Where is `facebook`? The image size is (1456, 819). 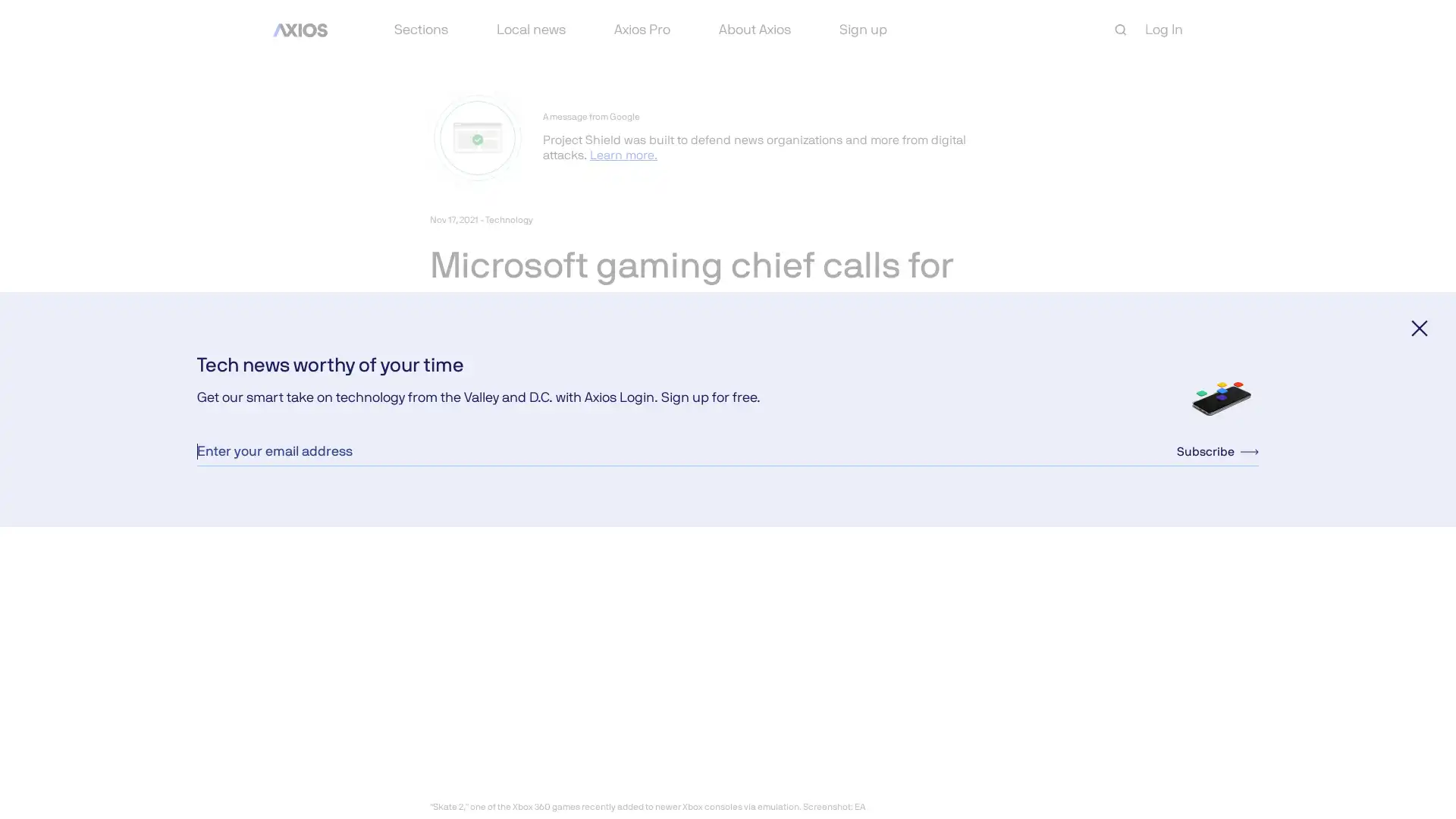
facebook is located at coordinates (440, 412).